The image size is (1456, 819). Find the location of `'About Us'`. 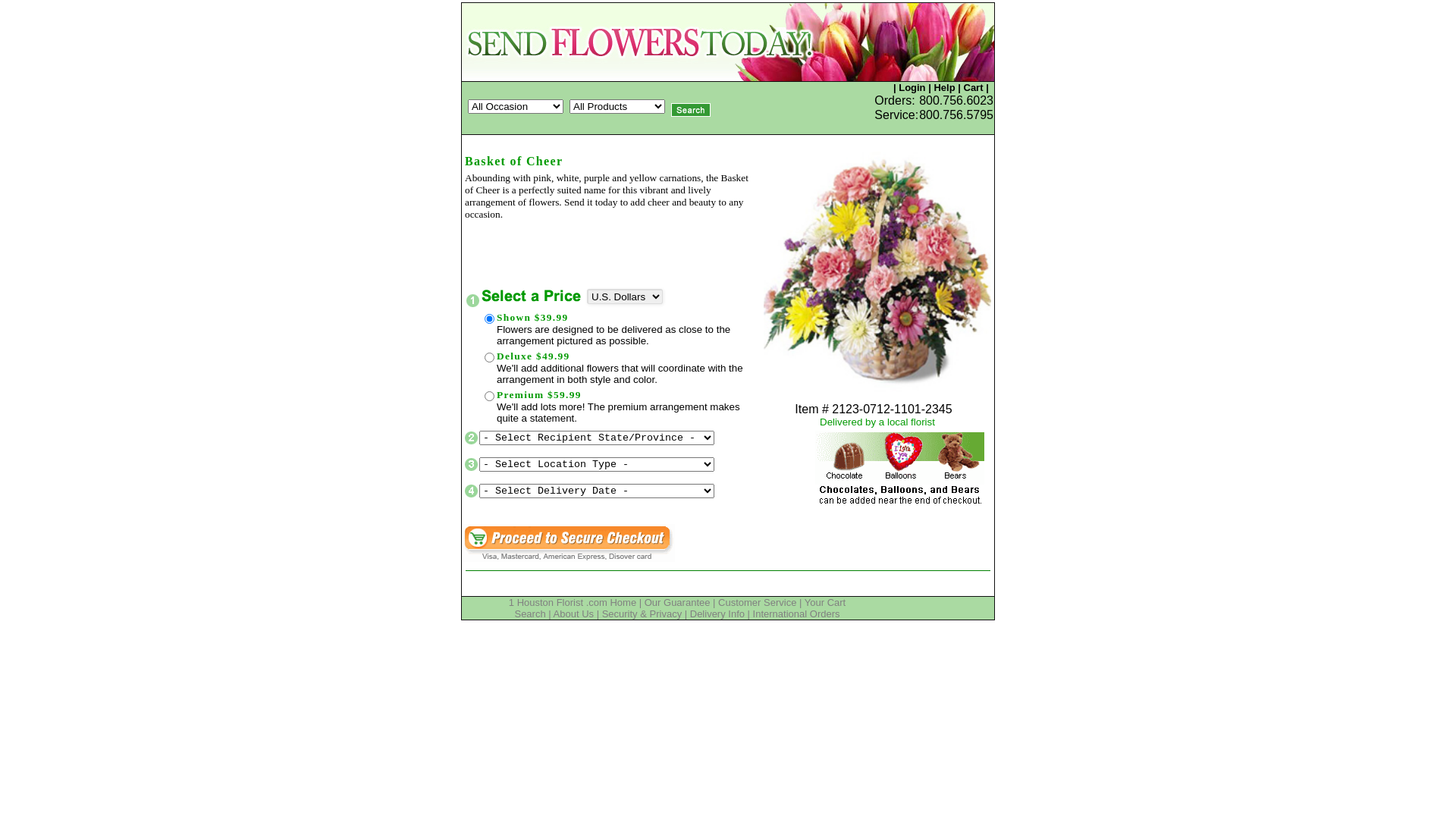

'About Us' is located at coordinates (573, 613).